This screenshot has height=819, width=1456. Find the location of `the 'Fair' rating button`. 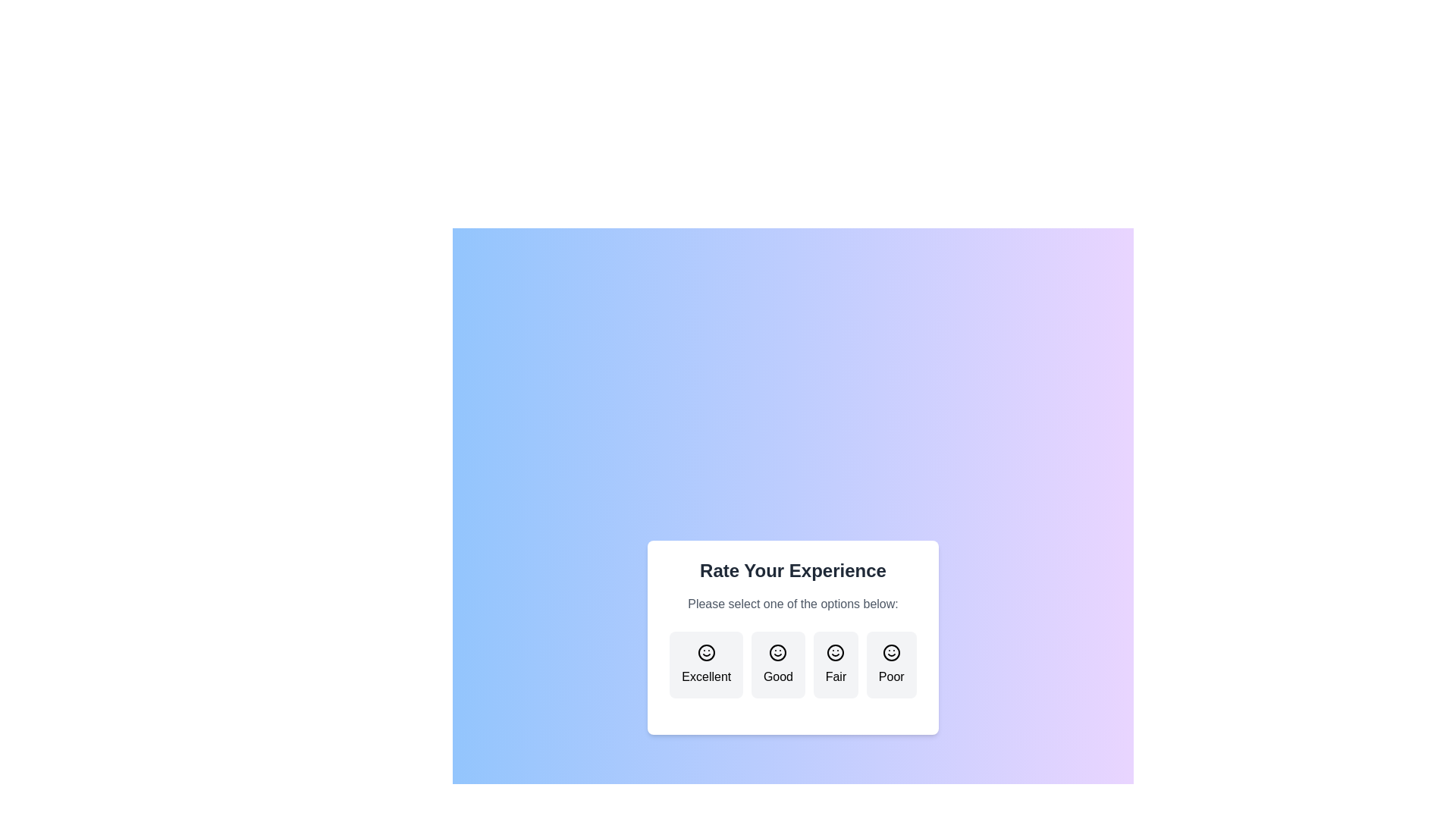

the 'Fair' rating button is located at coordinates (835, 664).